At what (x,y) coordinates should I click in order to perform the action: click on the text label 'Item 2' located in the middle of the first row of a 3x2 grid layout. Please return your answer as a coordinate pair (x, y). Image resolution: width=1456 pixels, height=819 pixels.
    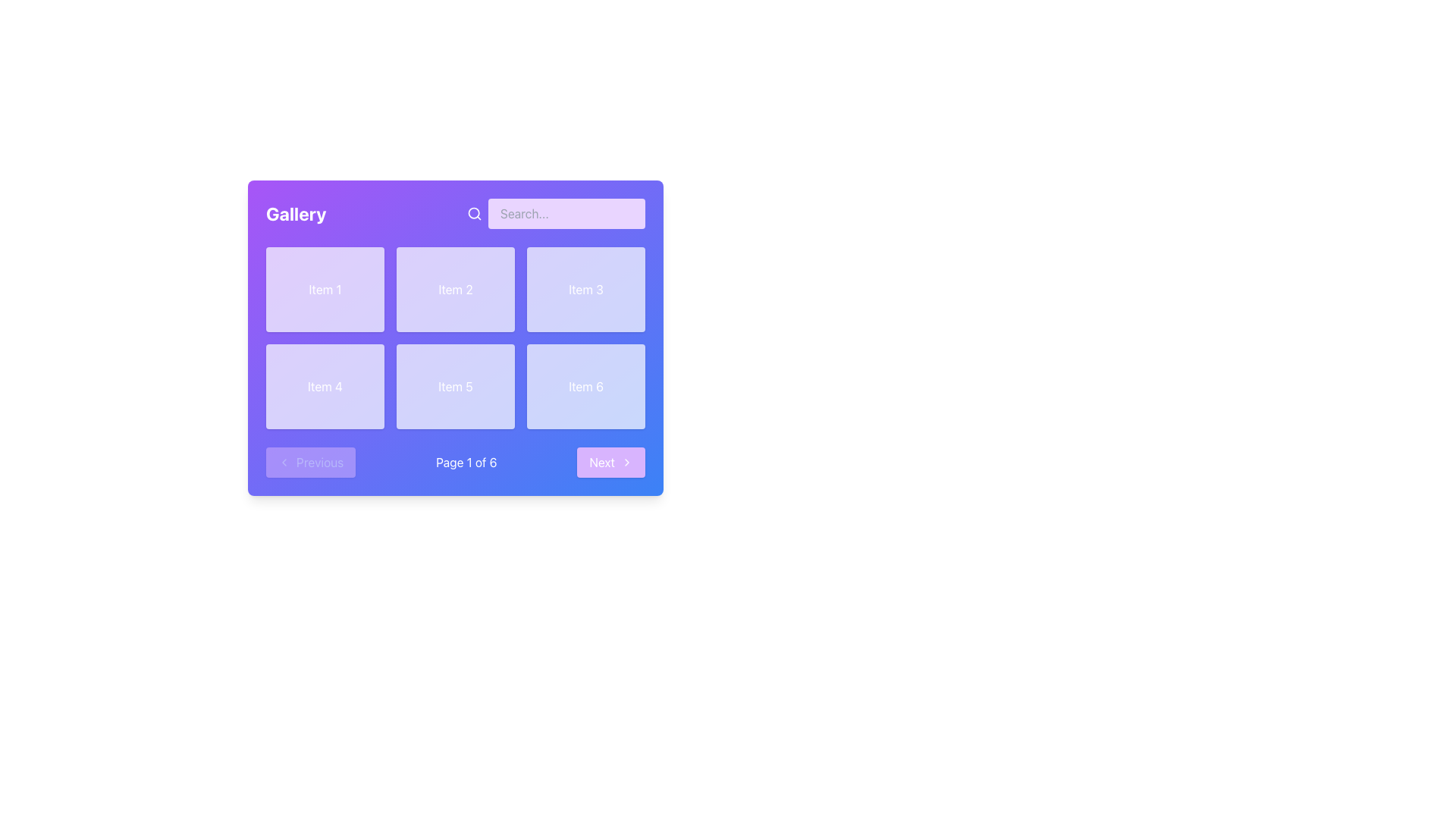
    Looking at the image, I should click on (454, 289).